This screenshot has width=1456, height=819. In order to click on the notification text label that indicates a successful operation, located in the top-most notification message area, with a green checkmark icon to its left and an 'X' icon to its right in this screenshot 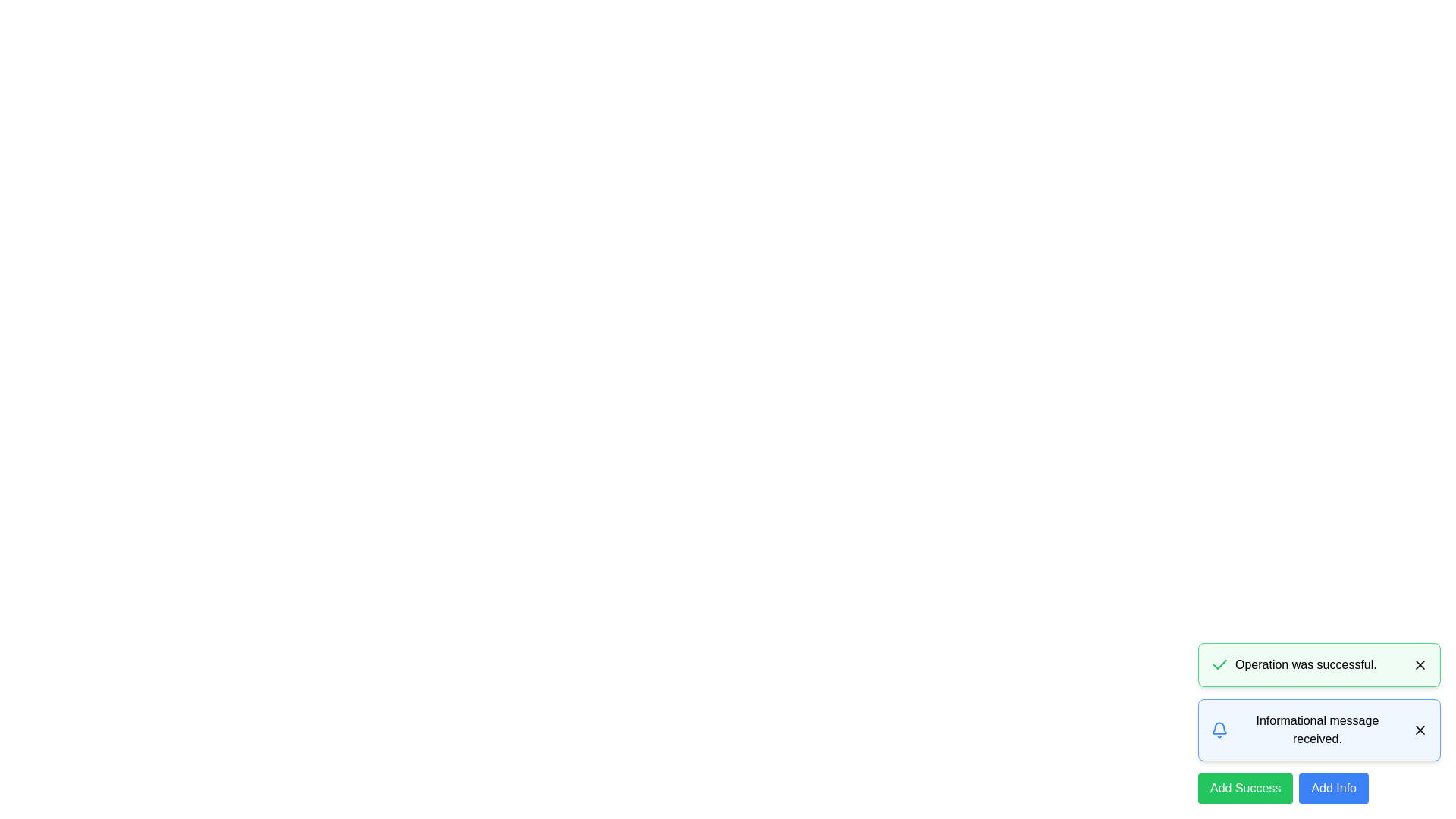, I will do `click(1305, 664)`.